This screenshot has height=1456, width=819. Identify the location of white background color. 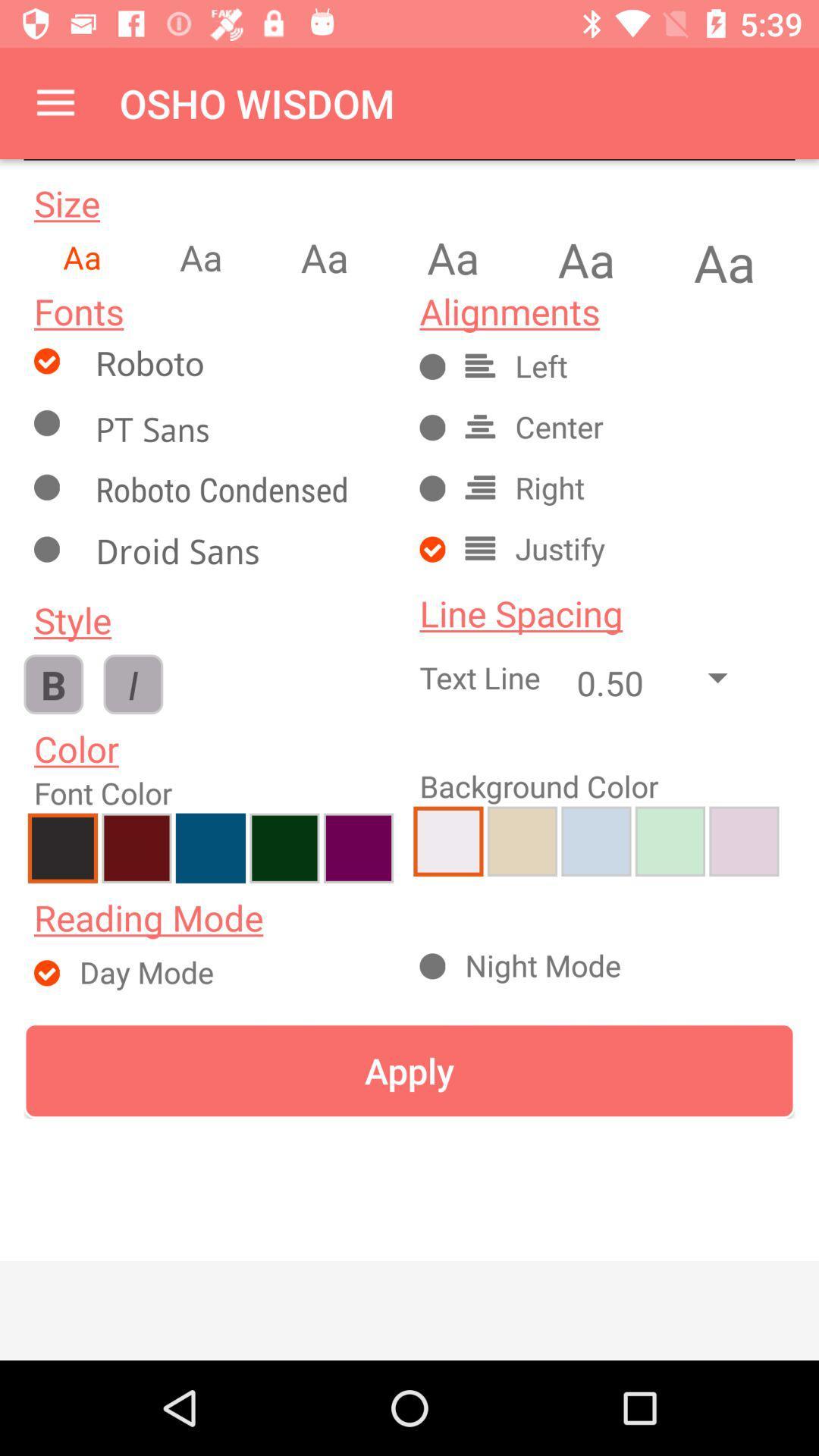
(447, 840).